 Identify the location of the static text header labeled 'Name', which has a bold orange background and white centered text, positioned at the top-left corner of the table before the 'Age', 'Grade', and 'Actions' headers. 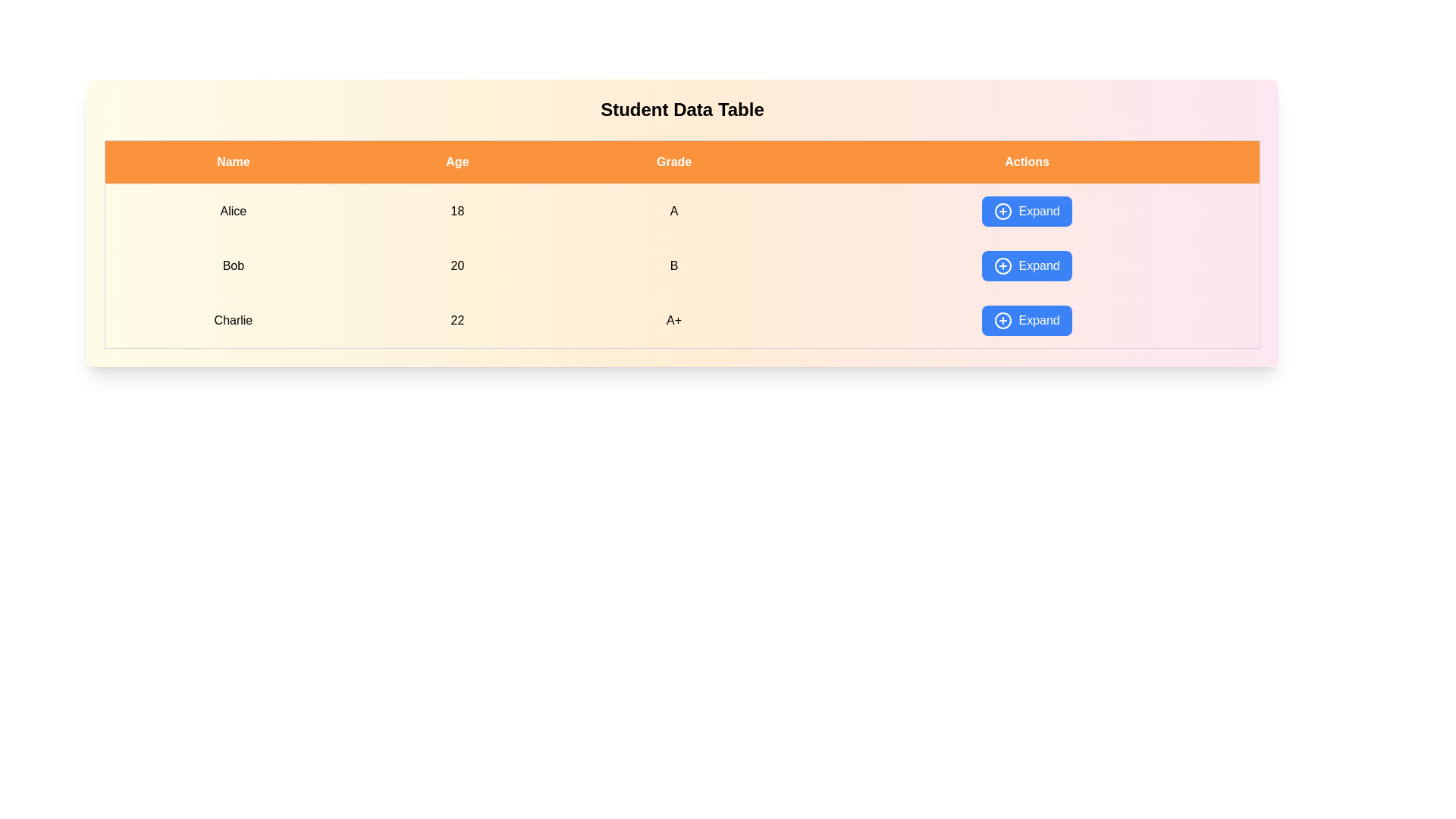
(232, 162).